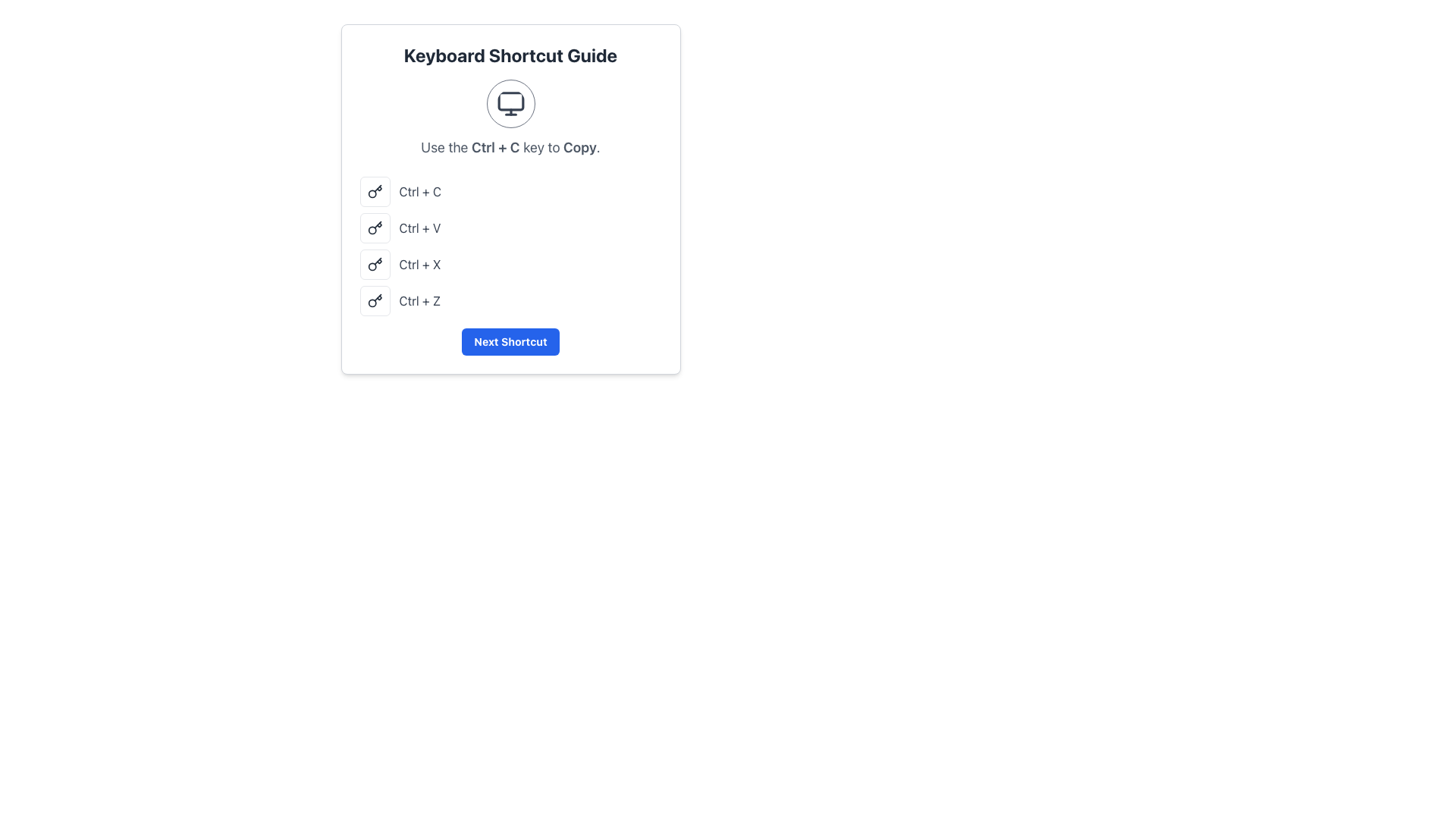  What do you see at coordinates (375, 227) in the screenshot?
I see `the small key icon, styled in grayscale, which is the second item in a vertical list within the 'Keyboard Shortcut Guide' dialog box` at bounding box center [375, 227].